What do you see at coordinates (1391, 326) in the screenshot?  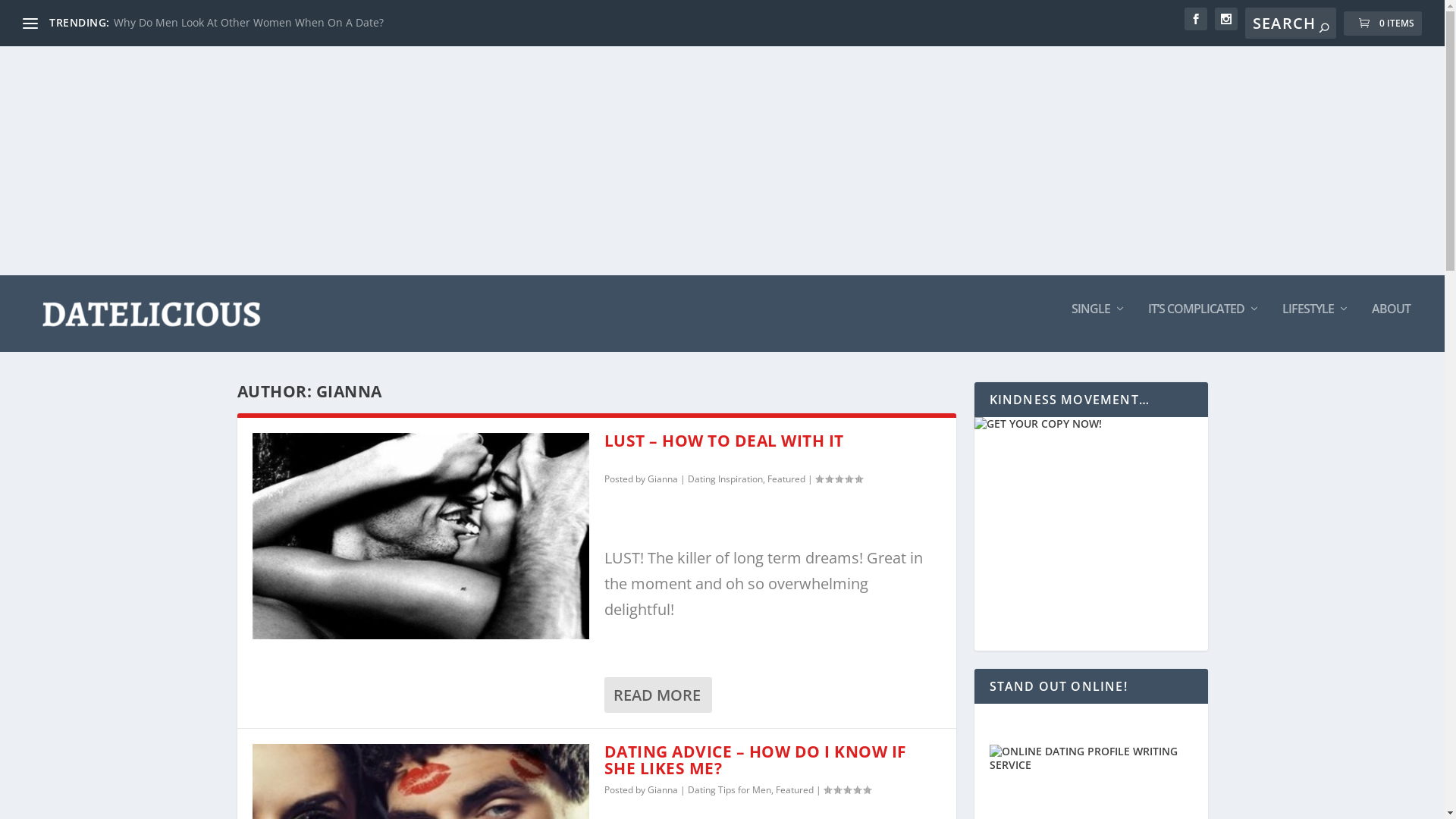 I see `'ABOUT'` at bounding box center [1391, 326].